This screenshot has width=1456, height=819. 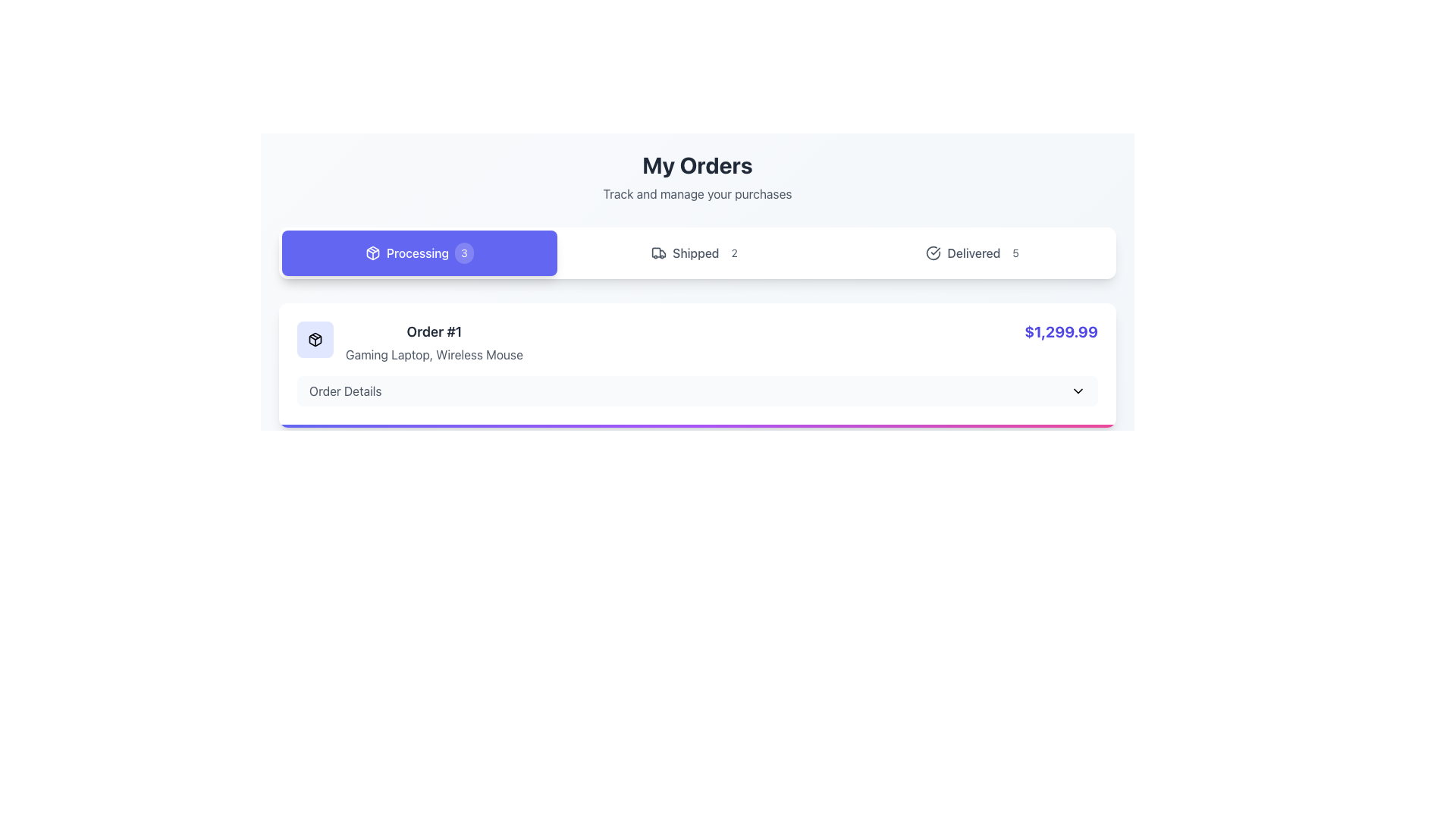 What do you see at coordinates (659, 253) in the screenshot?
I see `the 'Shipped' icon located in the middle button of the horizontal menu, positioned to the left of the text 'Shipped'` at bounding box center [659, 253].